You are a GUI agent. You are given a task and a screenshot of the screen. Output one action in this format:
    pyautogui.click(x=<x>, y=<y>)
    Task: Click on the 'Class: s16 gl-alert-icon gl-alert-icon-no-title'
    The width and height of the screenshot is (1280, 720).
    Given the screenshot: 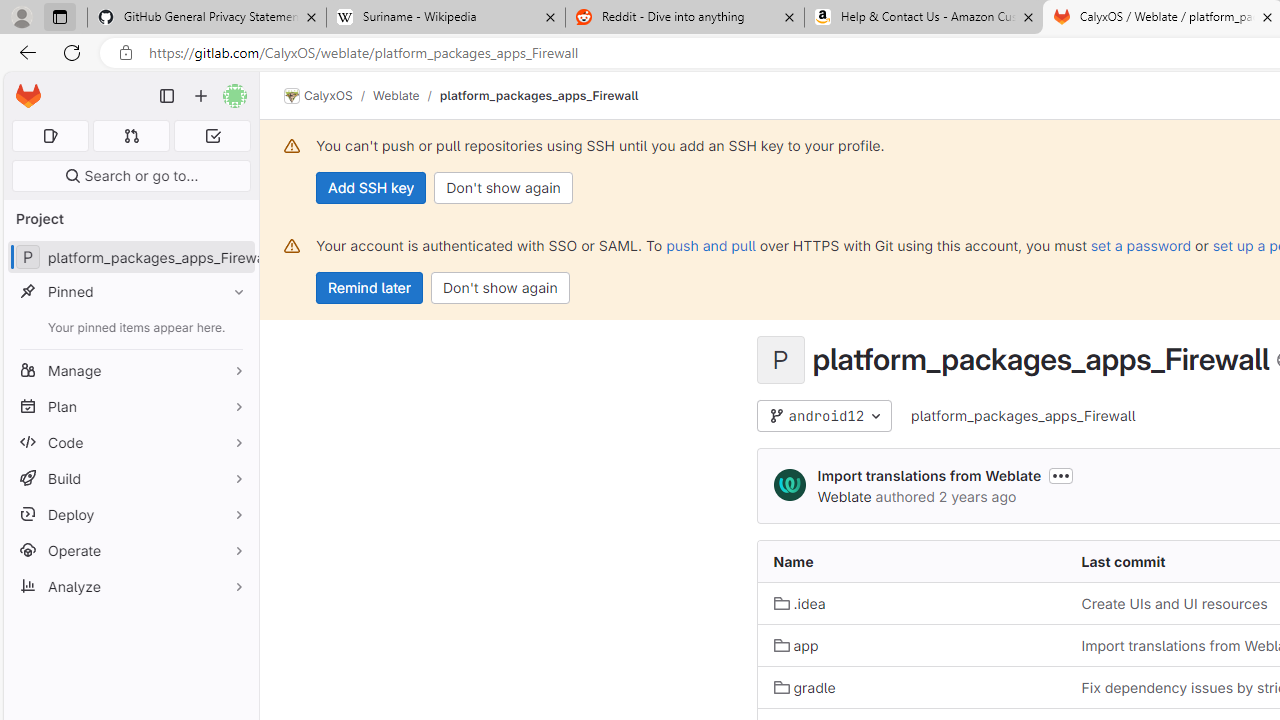 What is the action you would take?
    pyautogui.click(x=290, y=245)
    